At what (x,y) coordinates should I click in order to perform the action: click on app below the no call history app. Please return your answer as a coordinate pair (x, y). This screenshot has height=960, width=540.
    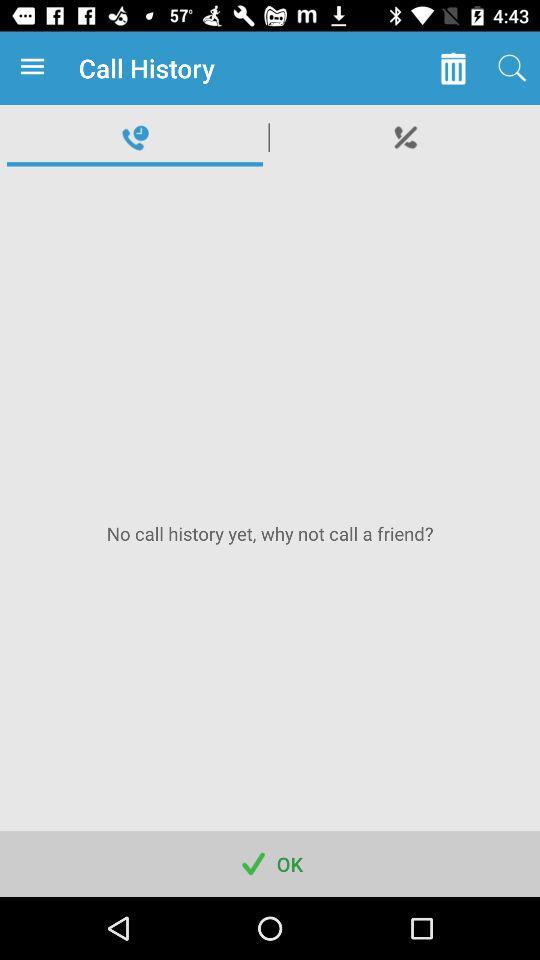
    Looking at the image, I should click on (270, 863).